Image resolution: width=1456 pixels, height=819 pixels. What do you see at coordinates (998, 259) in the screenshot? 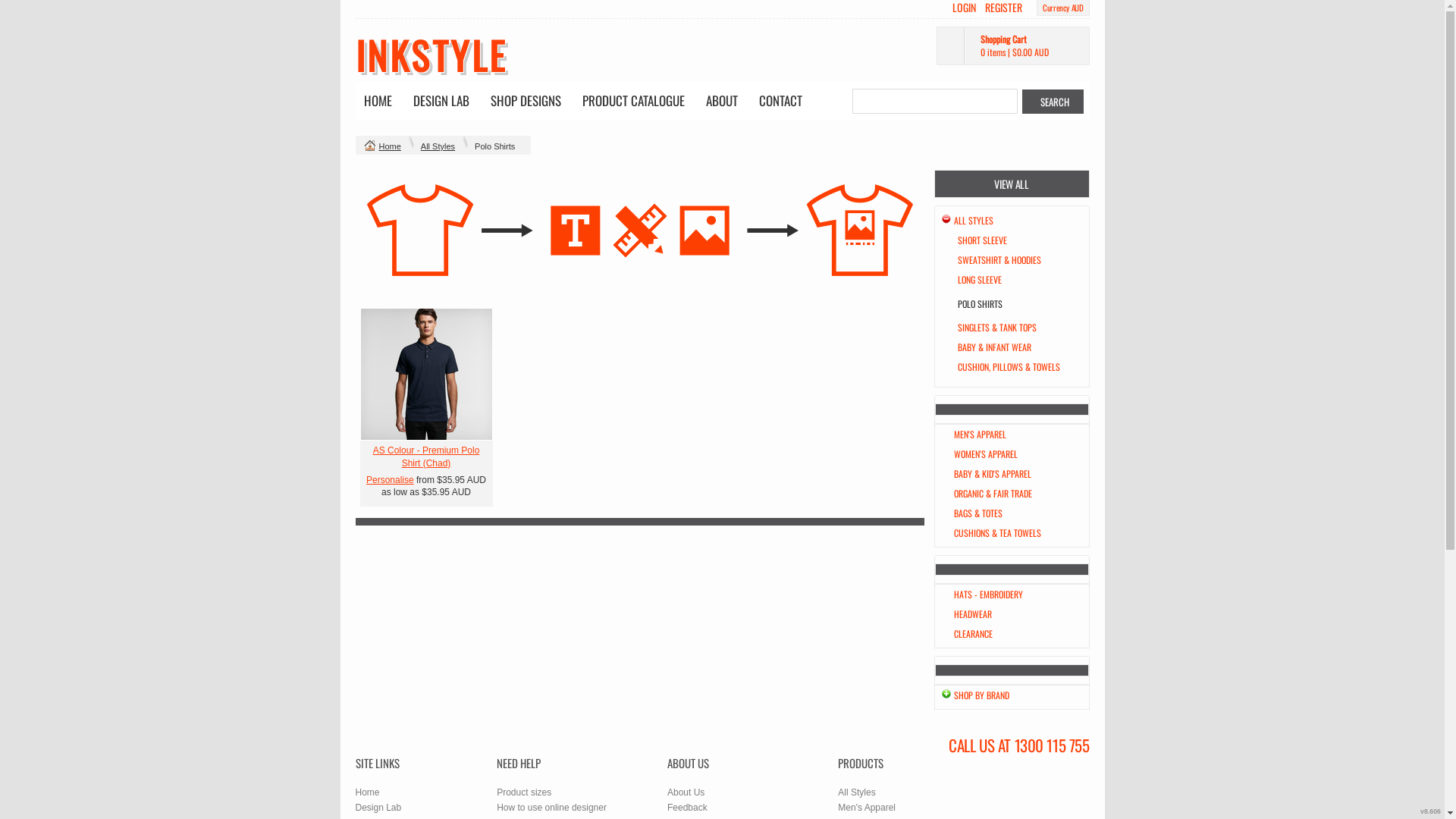
I see `'SWEATSHIRT & HOODIES'` at bounding box center [998, 259].